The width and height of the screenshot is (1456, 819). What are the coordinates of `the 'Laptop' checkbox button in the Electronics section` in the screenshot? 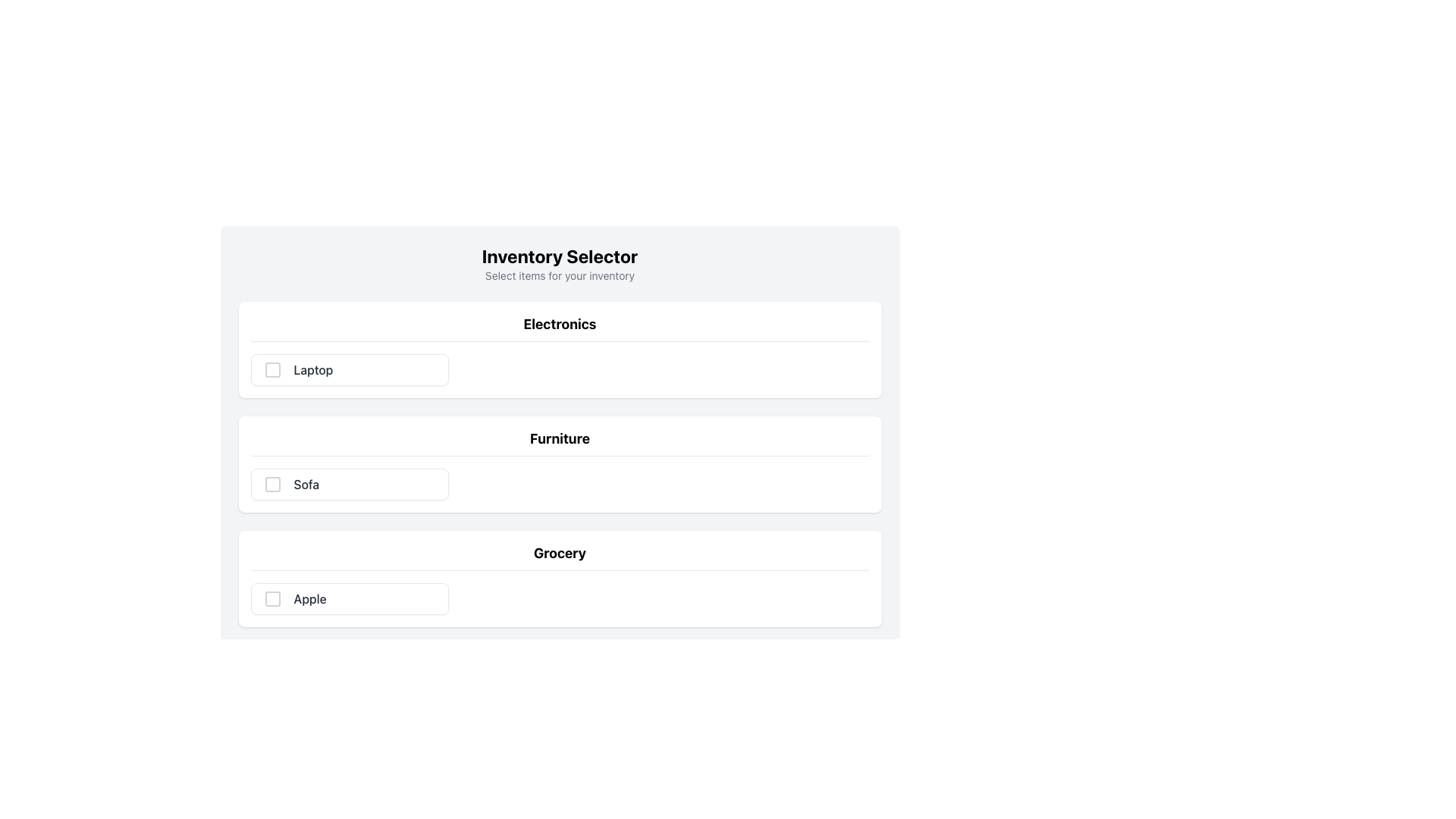 It's located at (349, 370).